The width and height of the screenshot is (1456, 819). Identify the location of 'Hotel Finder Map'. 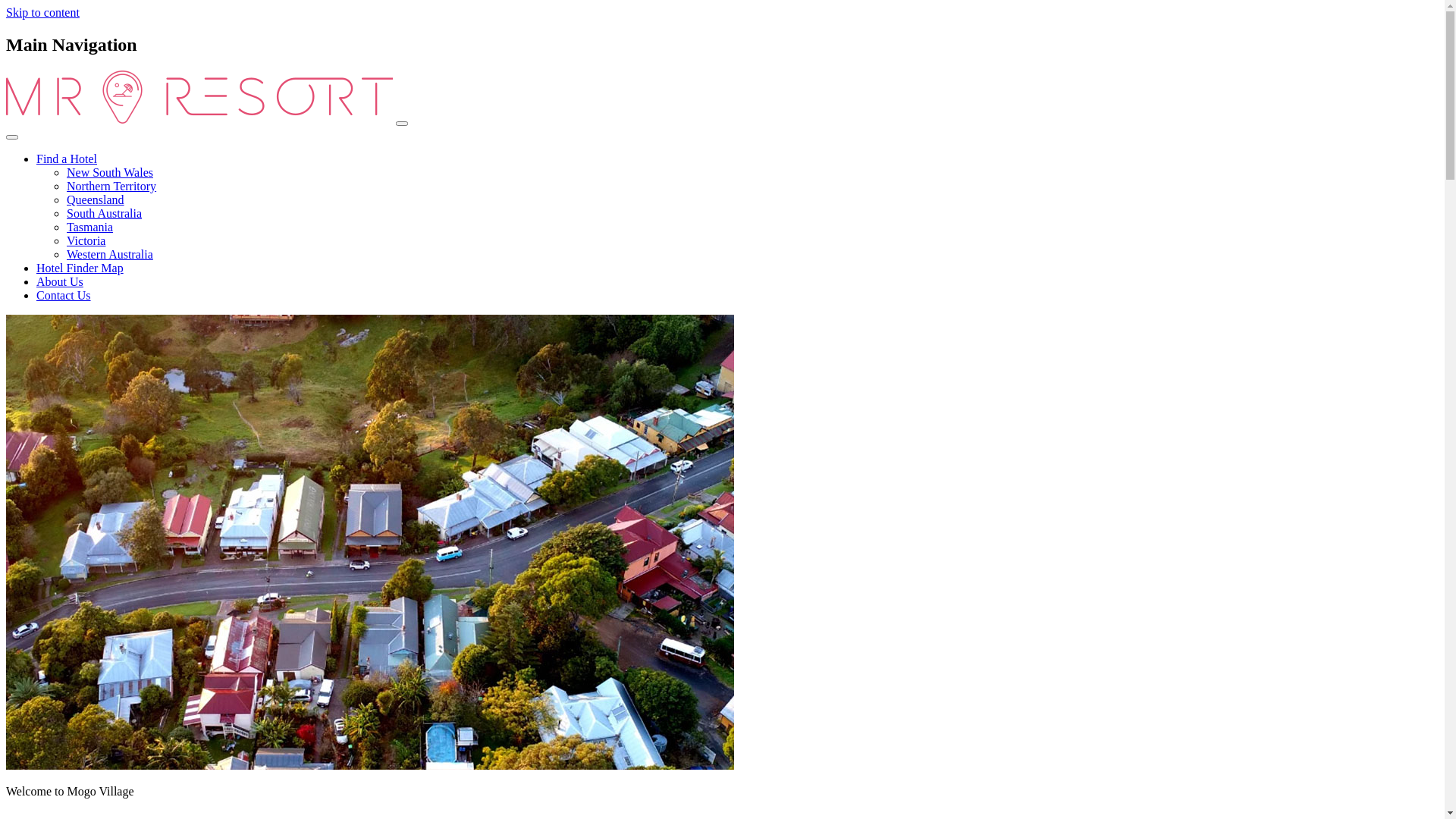
(79, 267).